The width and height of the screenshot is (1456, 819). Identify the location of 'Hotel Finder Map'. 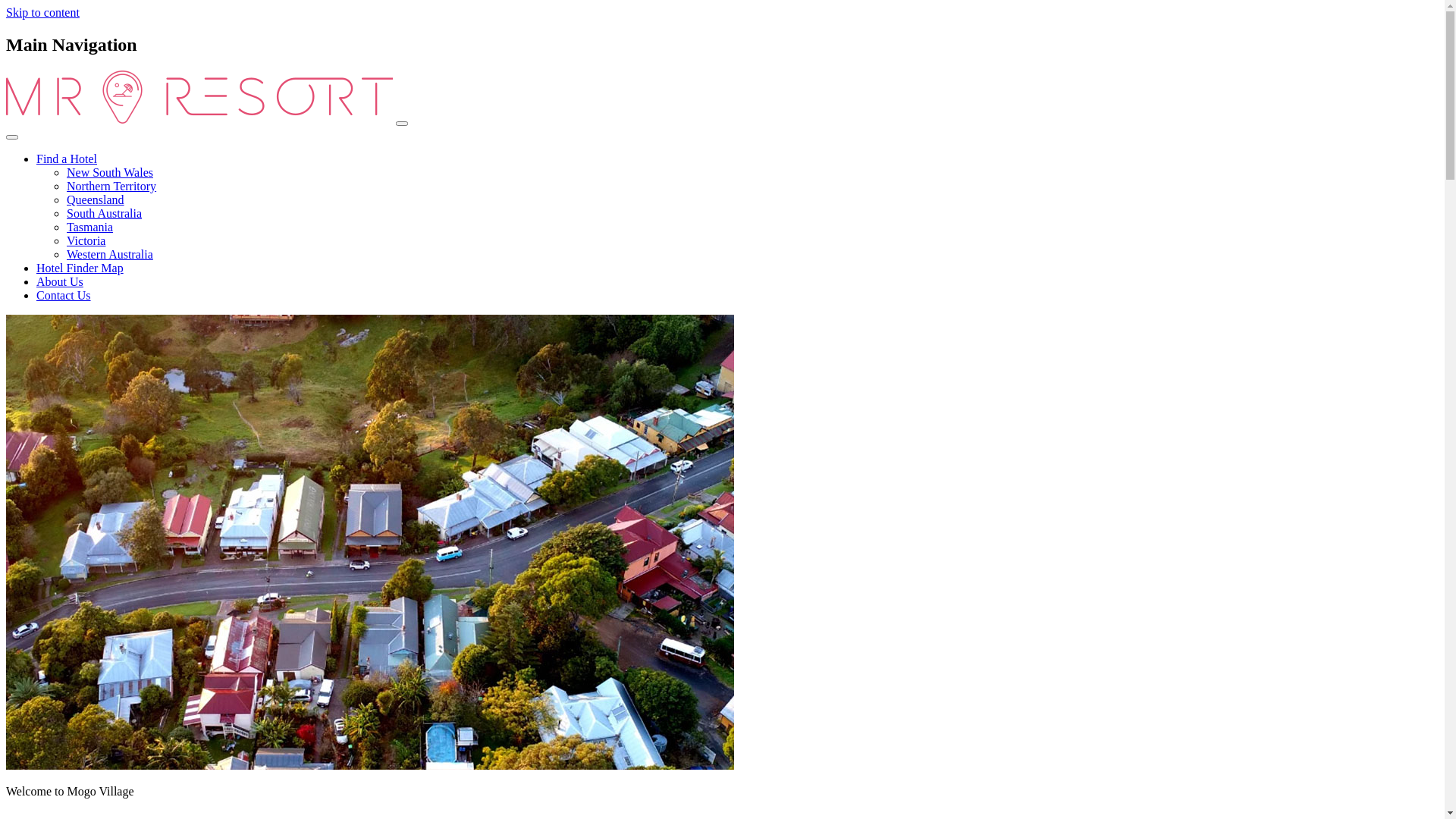
(79, 267).